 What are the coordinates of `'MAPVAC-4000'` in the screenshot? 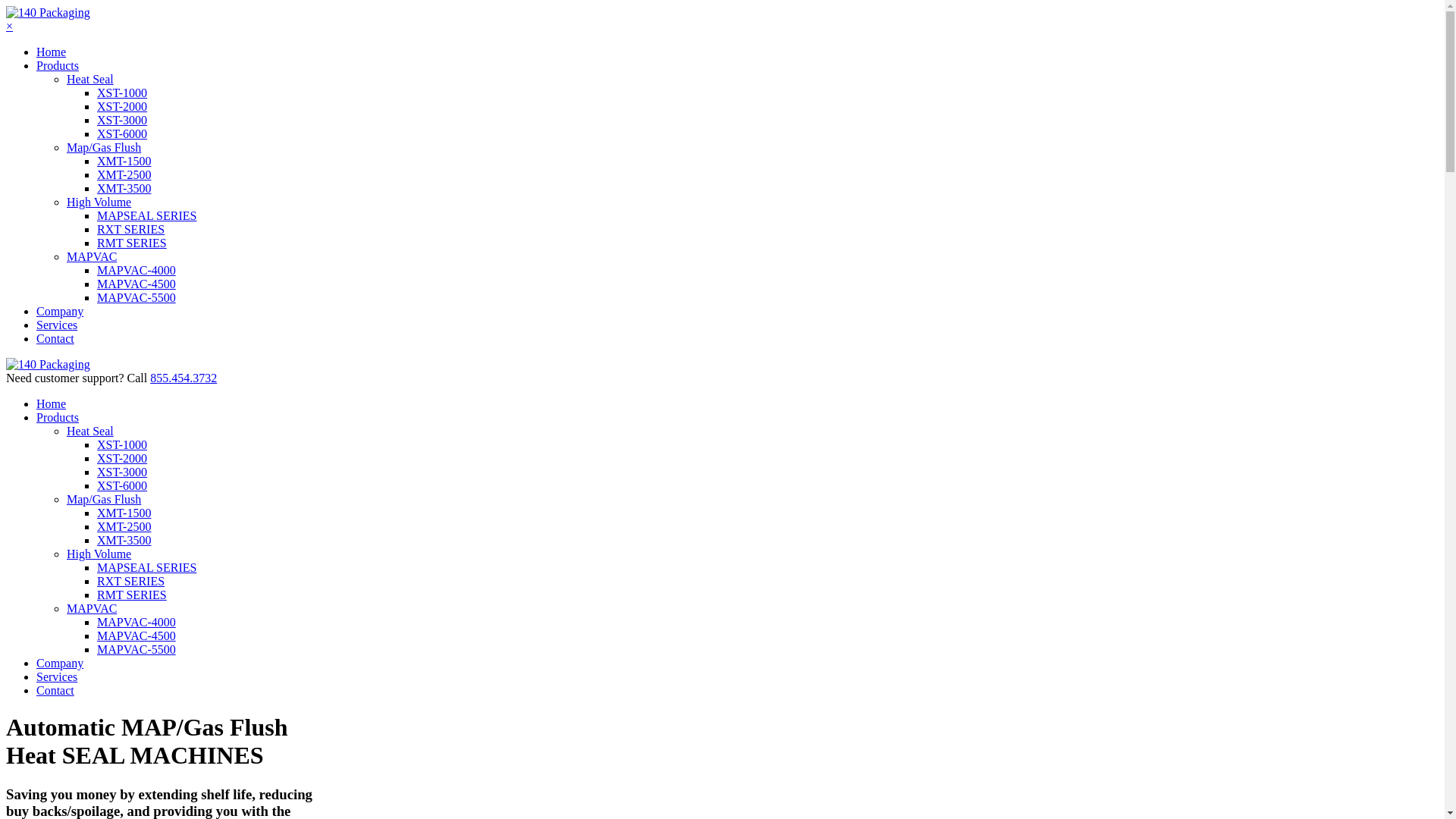 It's located at (136, 269).